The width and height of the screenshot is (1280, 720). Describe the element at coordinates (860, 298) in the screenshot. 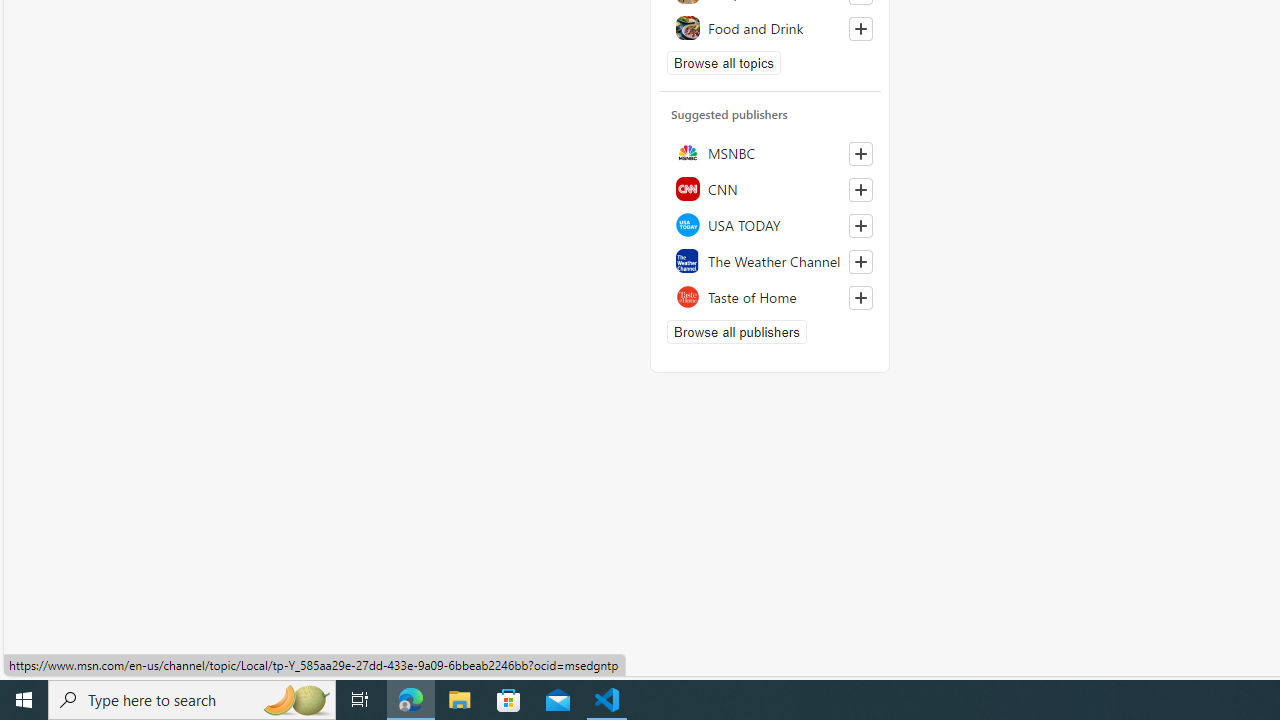

I see `'Follow this source'` at that location.